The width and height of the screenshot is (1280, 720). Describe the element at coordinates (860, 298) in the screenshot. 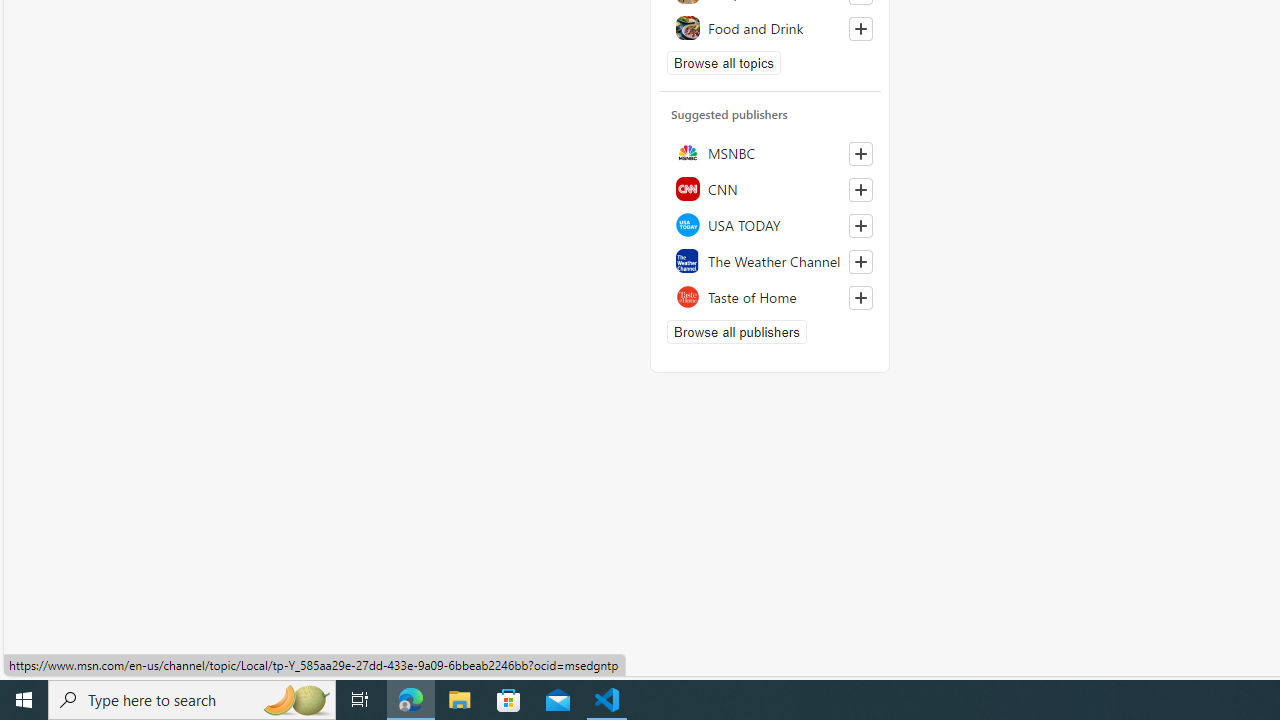

I see `'Follow this source'` at that location.